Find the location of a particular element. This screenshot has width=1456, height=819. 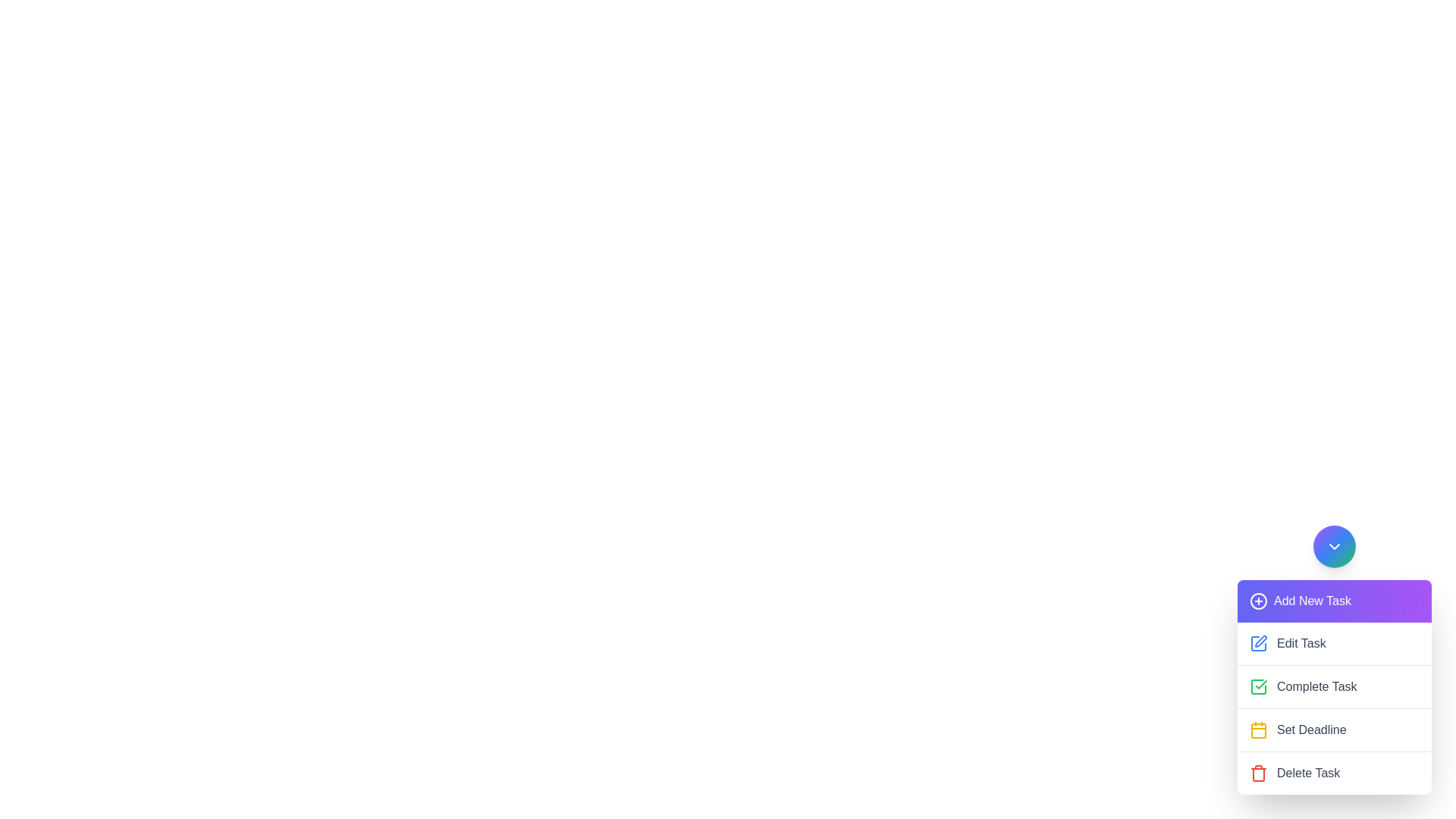

'Set Deadline' text label, which is styled in a gray font and positioned to the right of a yellow calendar icon, located in a vertical list of menu items is located at coordinates (1310, 730).